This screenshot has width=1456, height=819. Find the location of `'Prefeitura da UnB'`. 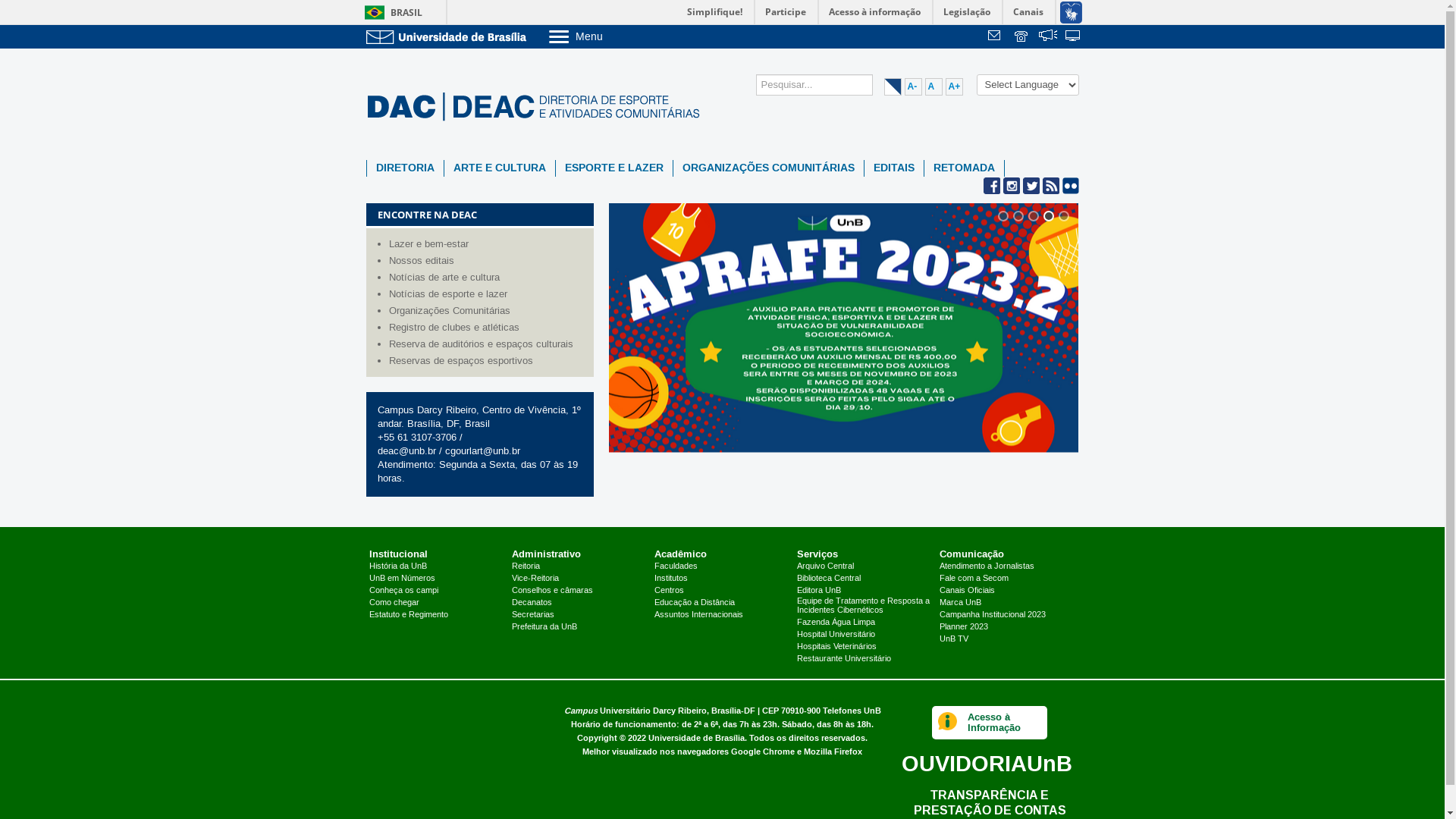

'Prefeitura da UnB' is located at coordinates (544, 626).